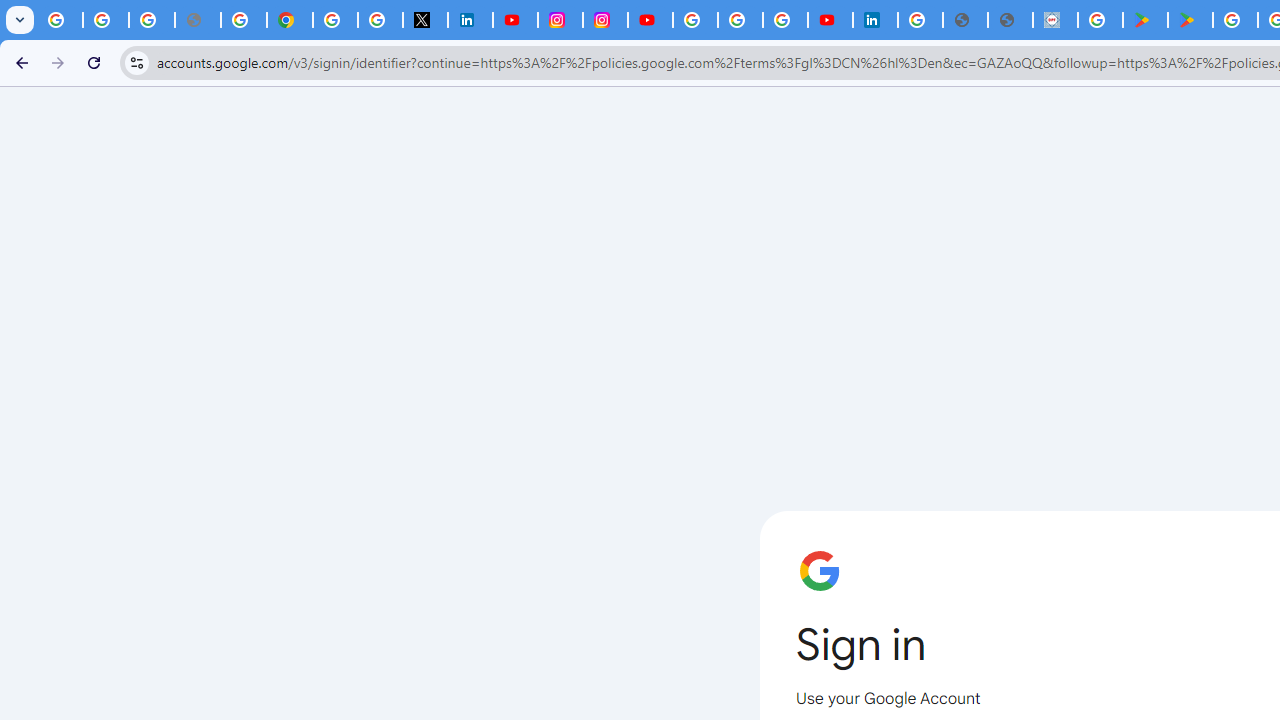 This screenshot has height=720, width=1280. Describe the element at coordinates (919, 20) in the screenshot. I see `'Sign in - Google Accounts'` at that location.